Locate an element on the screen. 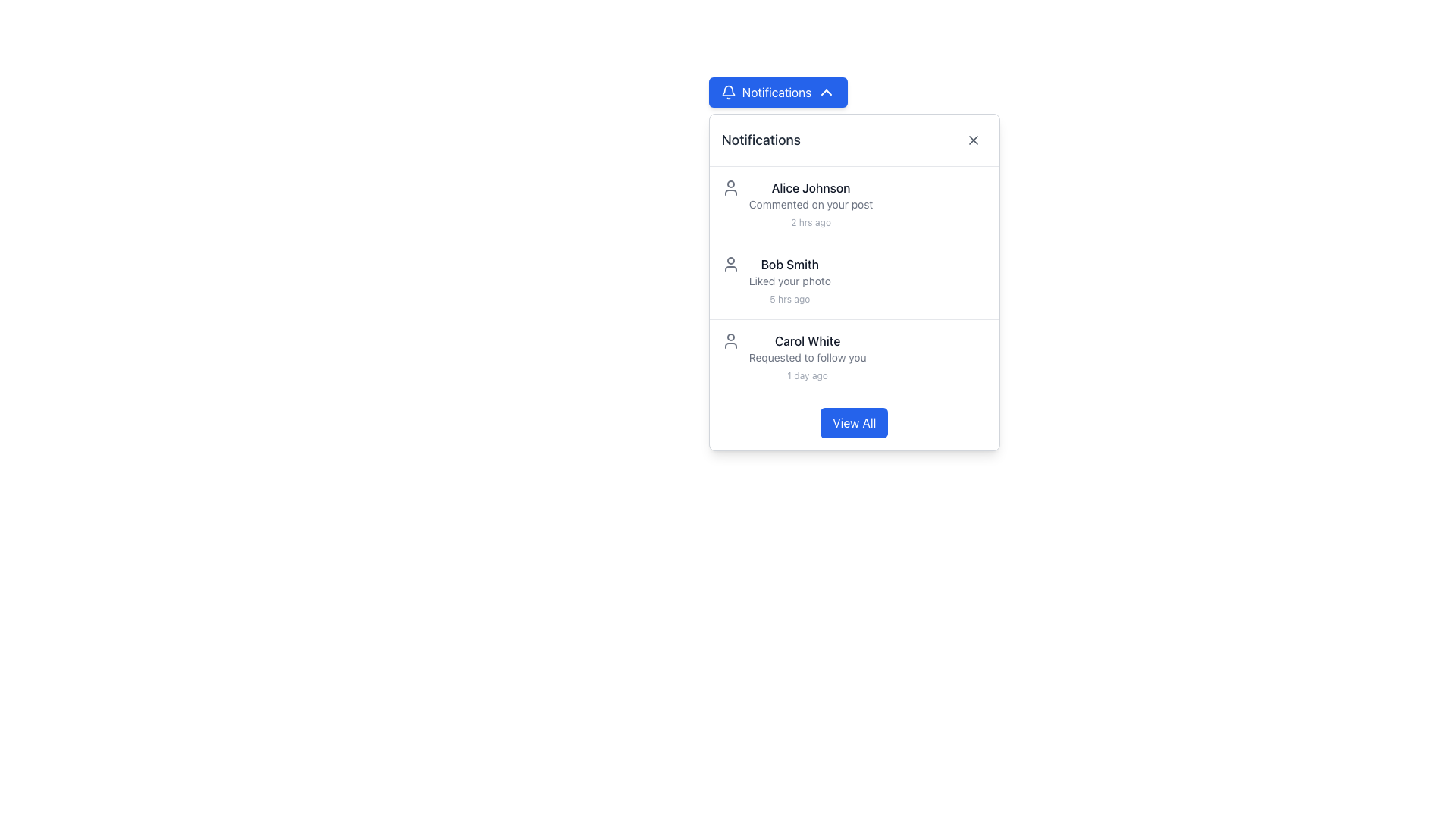 This screenshot has width=1456, height=819. text displayed on the Text Label at the top-left corner of the dropdown panel, which serves as a title for notifications is located at coordinates (761, 140).